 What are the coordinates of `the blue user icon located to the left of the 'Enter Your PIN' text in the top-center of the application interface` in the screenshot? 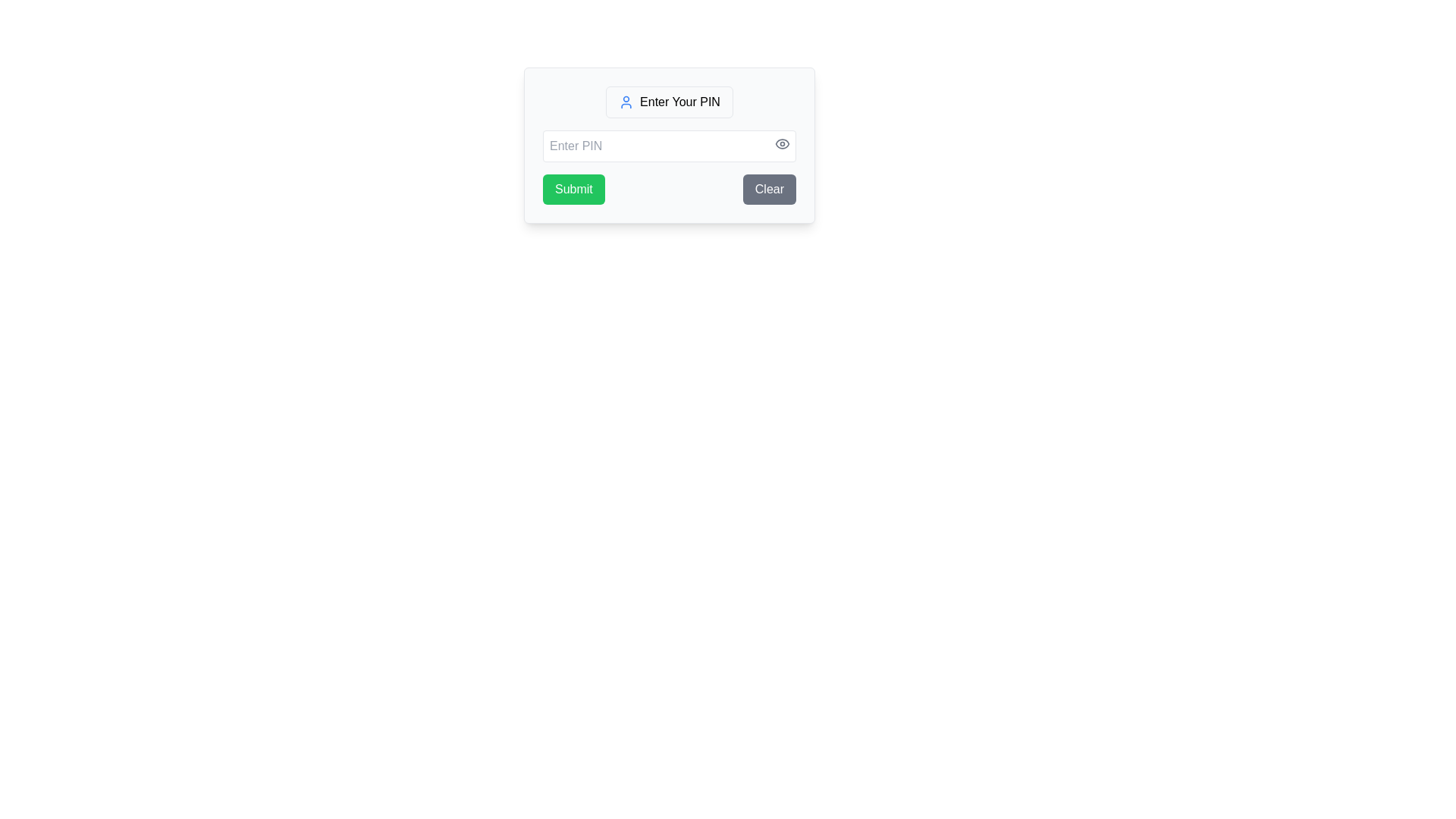 It's located at (626, 102).